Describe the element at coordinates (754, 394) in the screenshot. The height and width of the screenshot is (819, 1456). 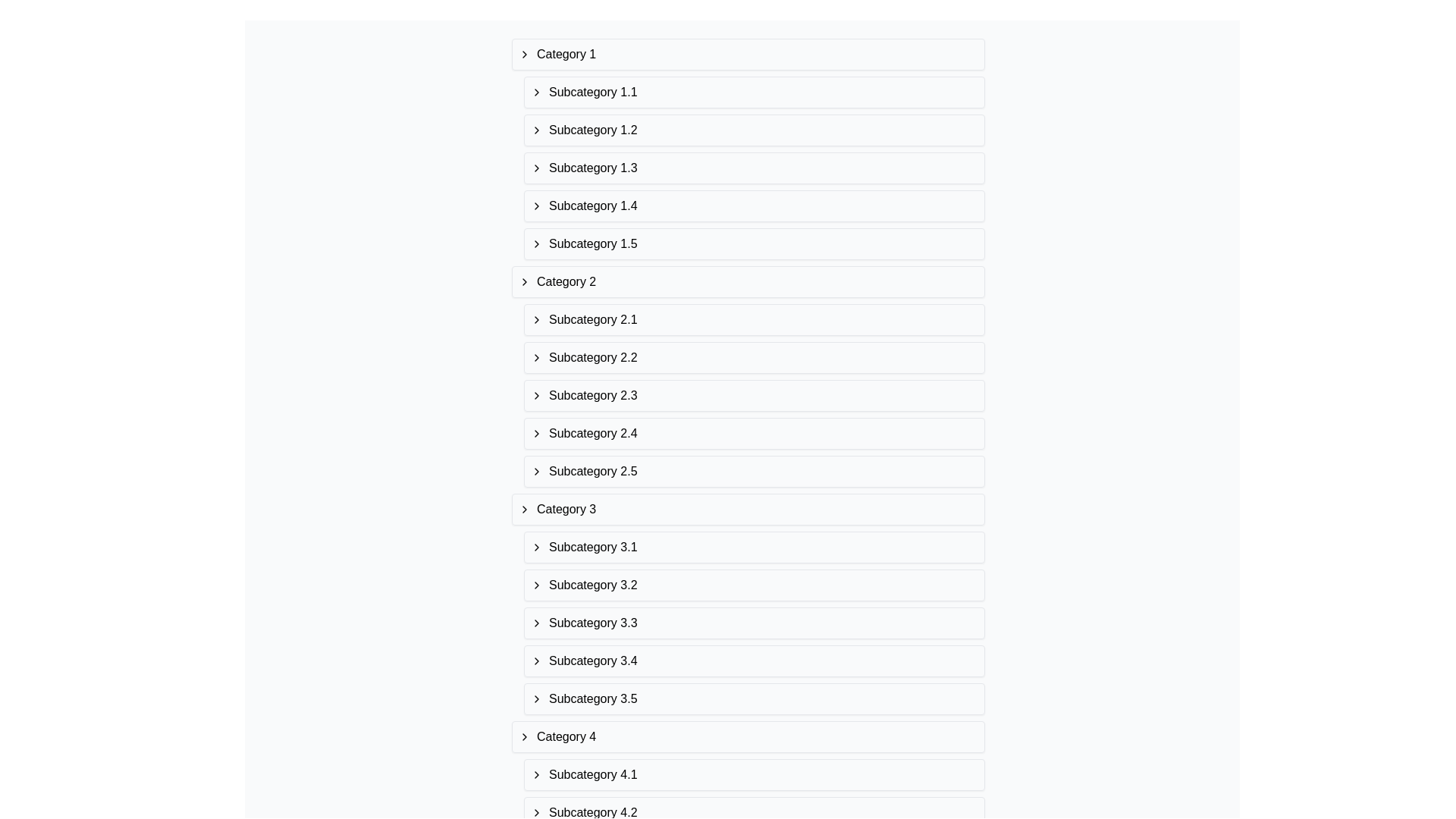
I see `the list item labeled 'Subcategory 2.3', which is the third entry under 'Category 2' in the subcategories section` at that location.